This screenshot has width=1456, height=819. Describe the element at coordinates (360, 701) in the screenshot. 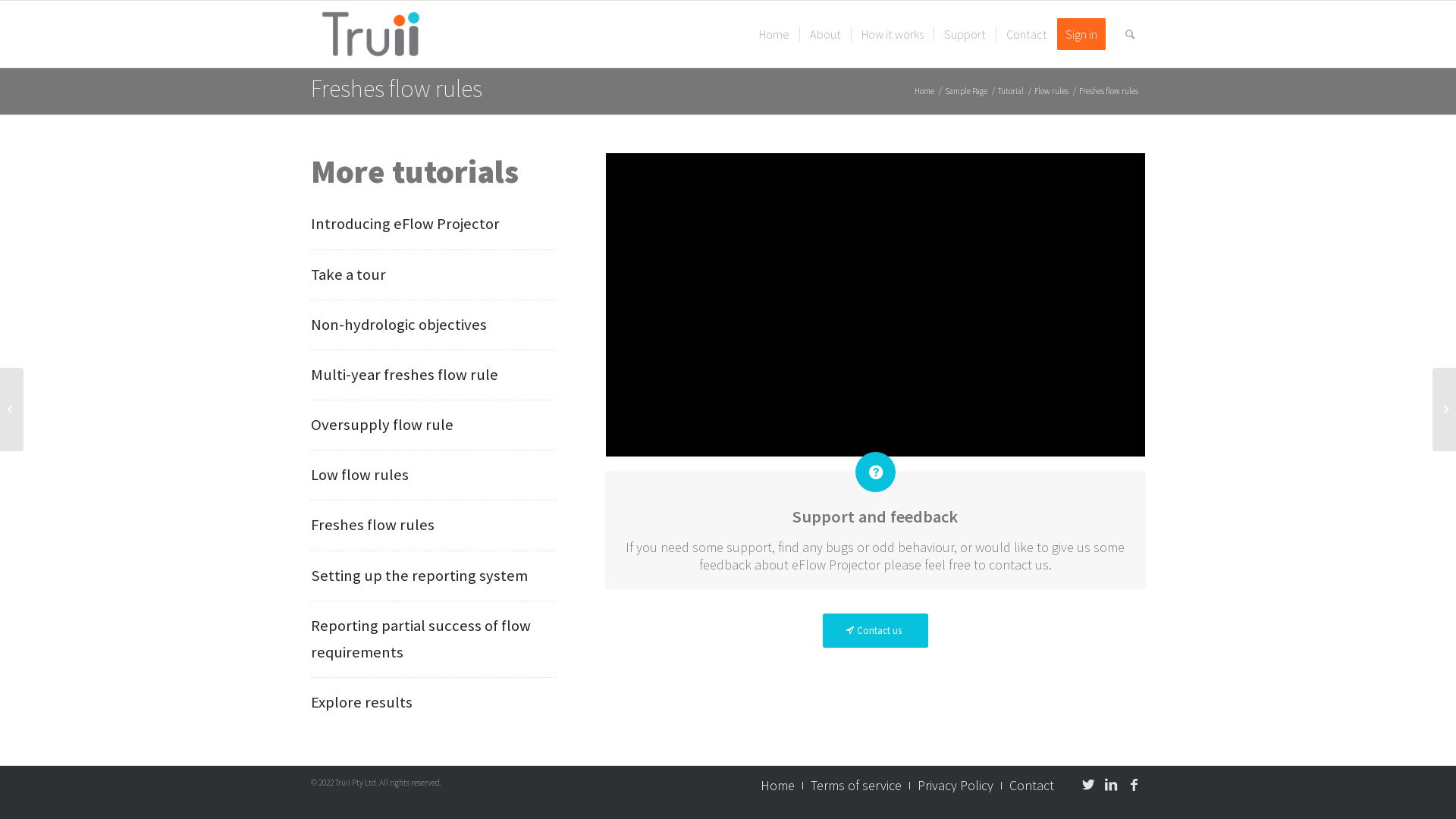

I see `'Explore results'` at that location.